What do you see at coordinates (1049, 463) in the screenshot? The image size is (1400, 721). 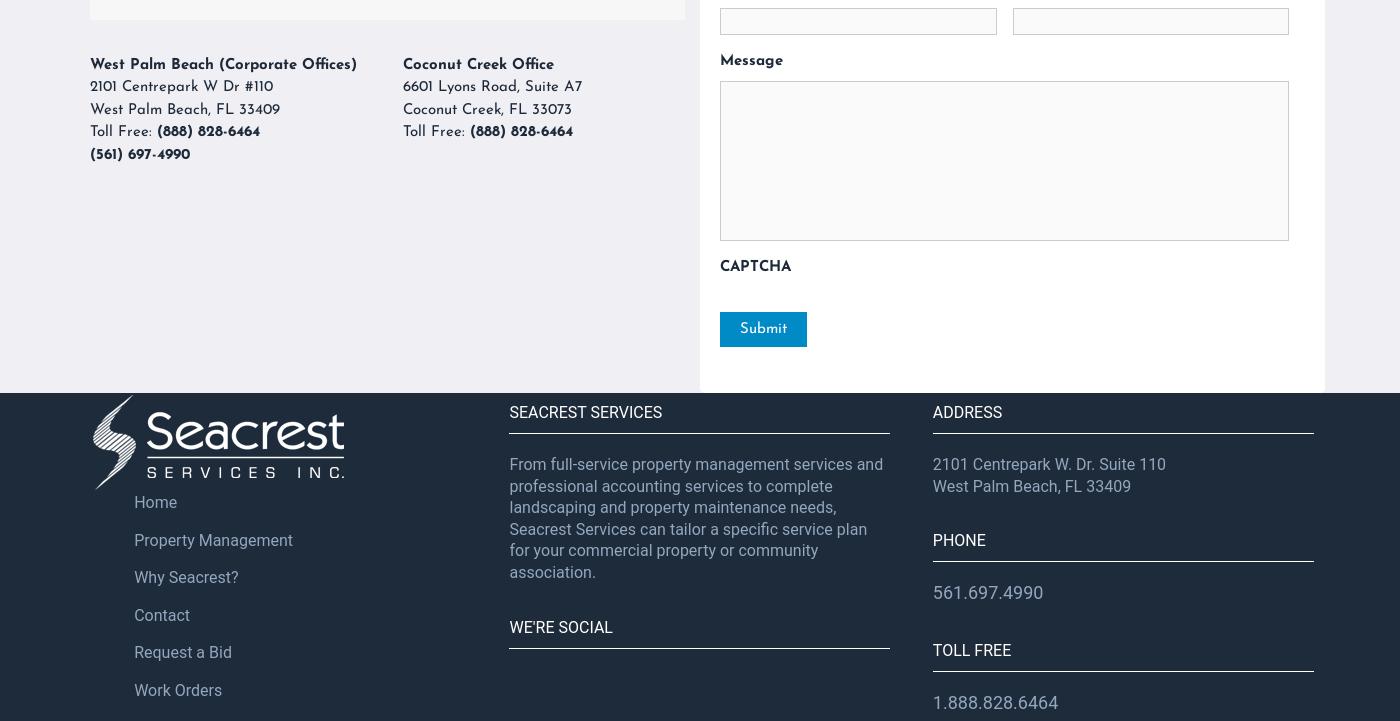 I see `'2101 Centrepark W. Dr. Suite 110'` at bounding box center [1049, 463].